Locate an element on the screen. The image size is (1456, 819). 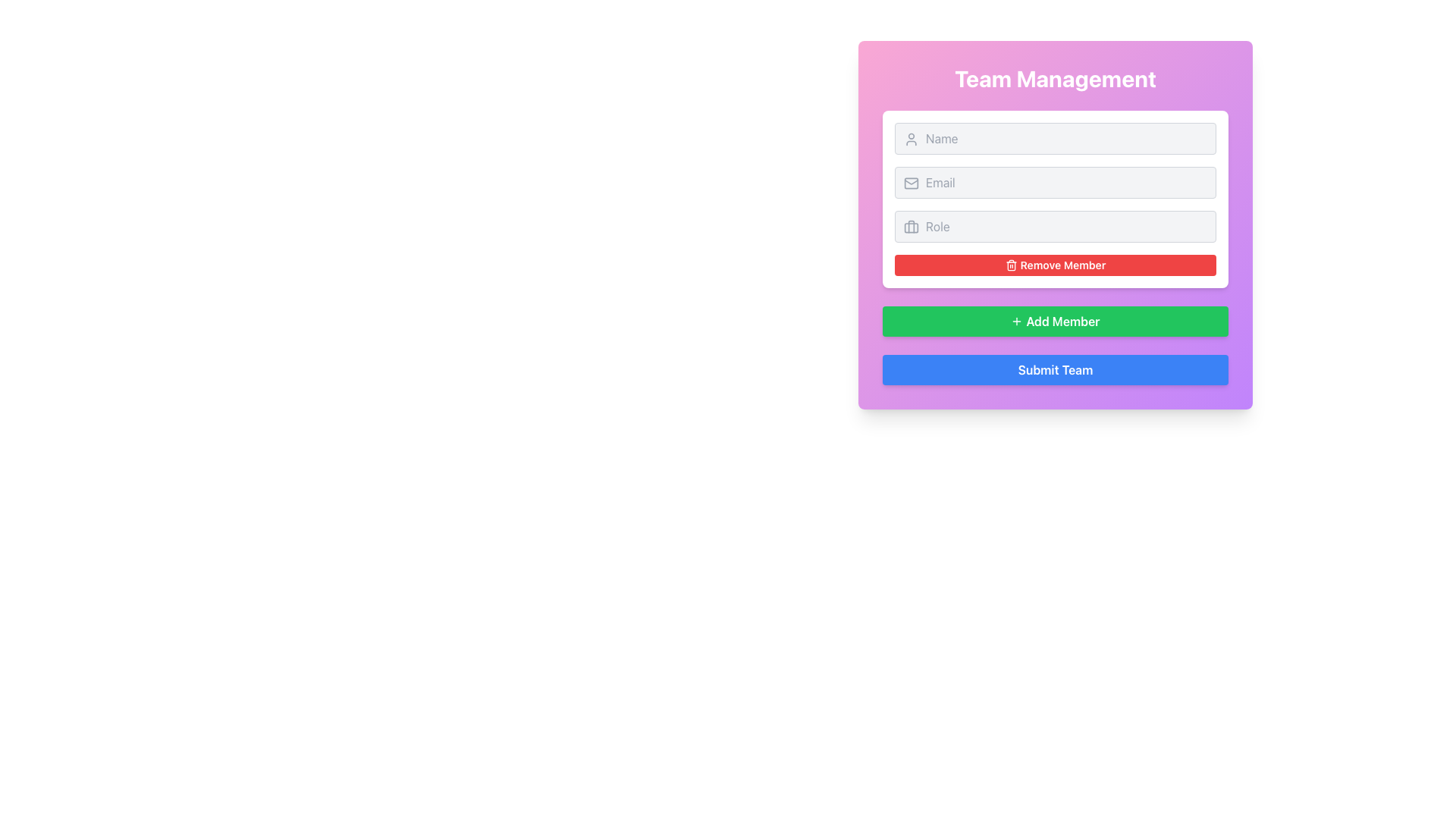
the button located below the input fields labeled 'Name', 'Email', and 'Role' in the 'Team Management' card to initiate the removal action is located at coordinates (1055, 265).